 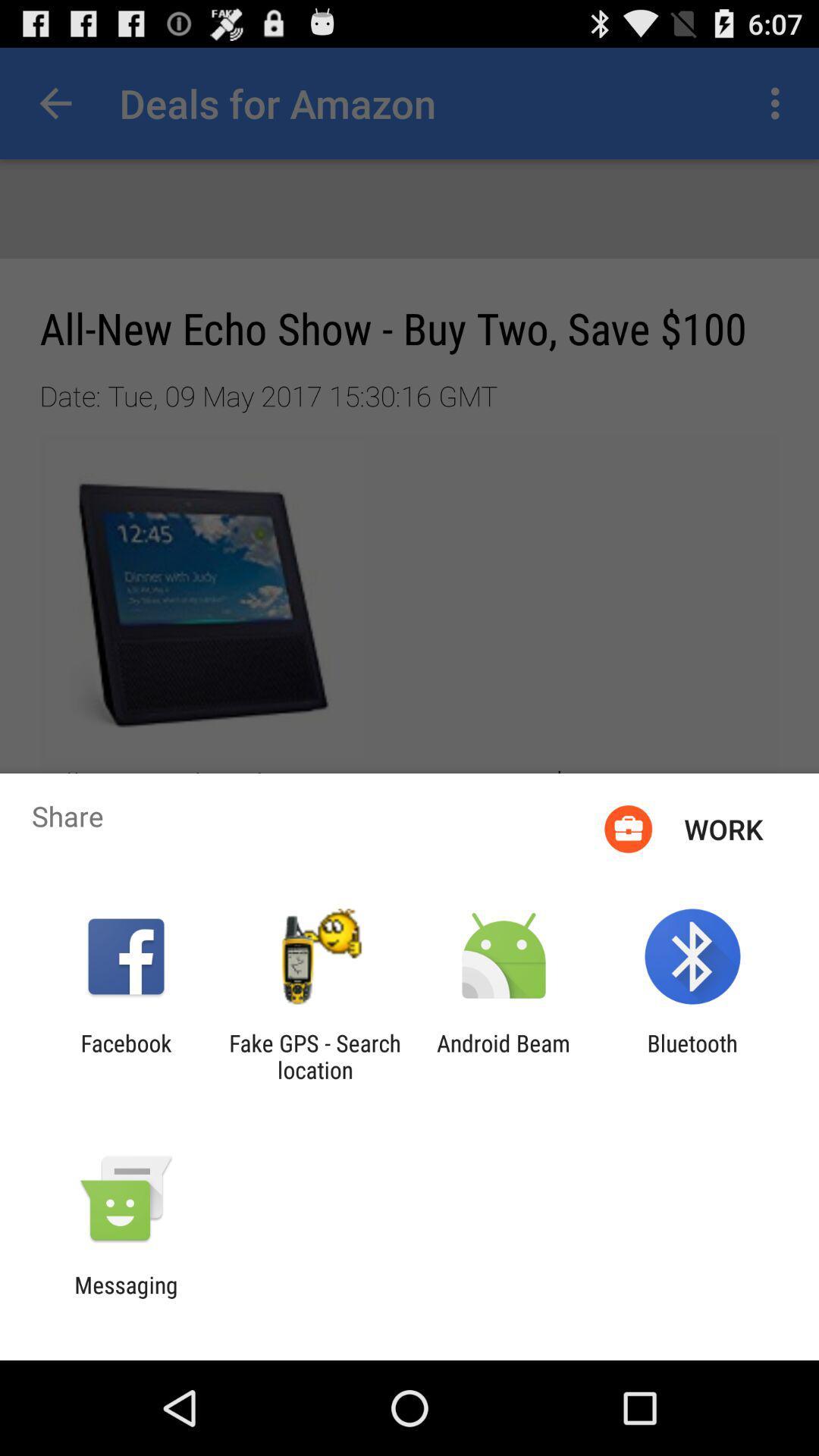 I want to click on app next to the bluetooth app, so click(x=504, y=1056).